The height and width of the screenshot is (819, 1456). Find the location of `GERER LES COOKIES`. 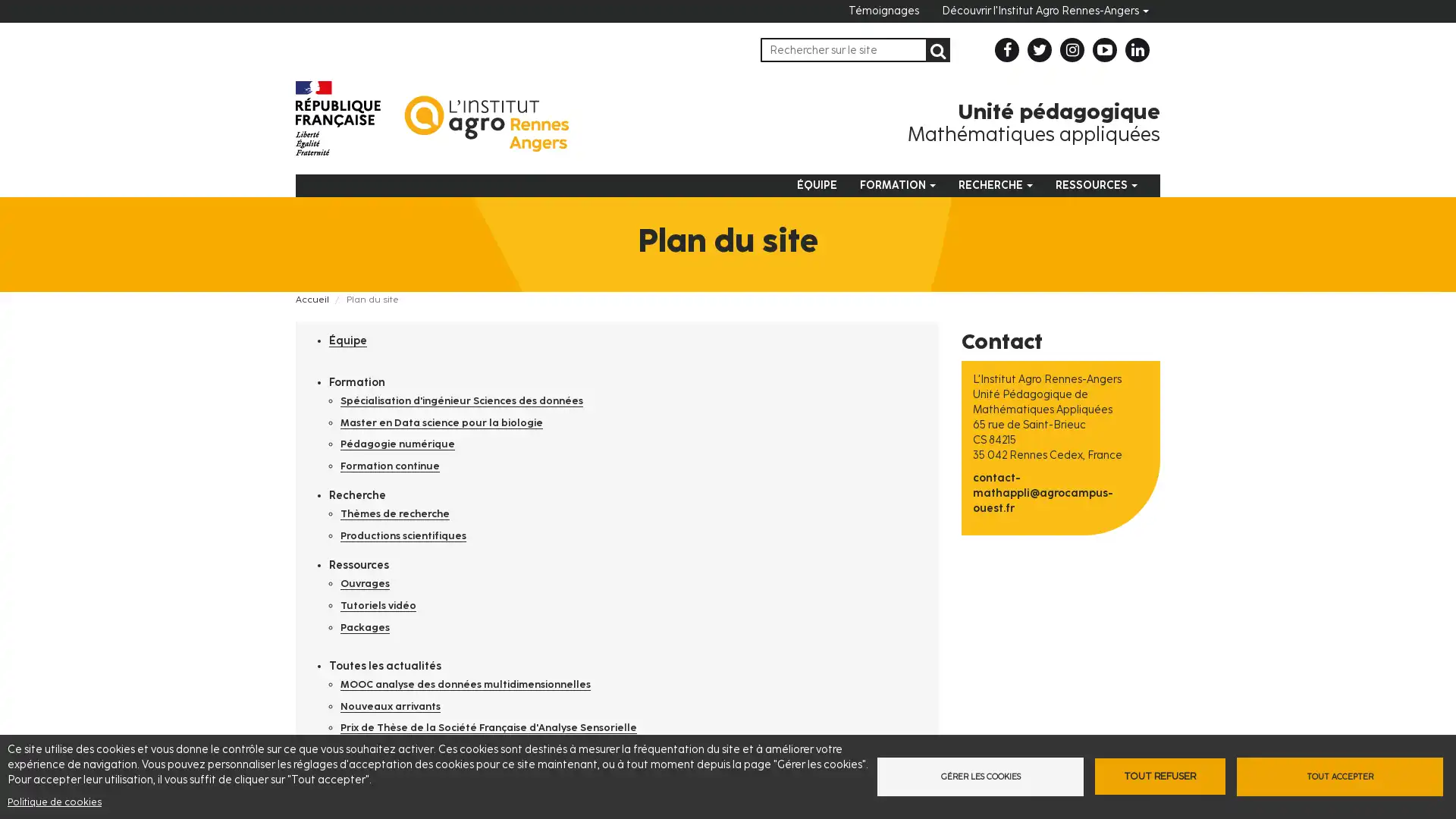

GERER LES COOKIES is located at coordinates (975, 776).